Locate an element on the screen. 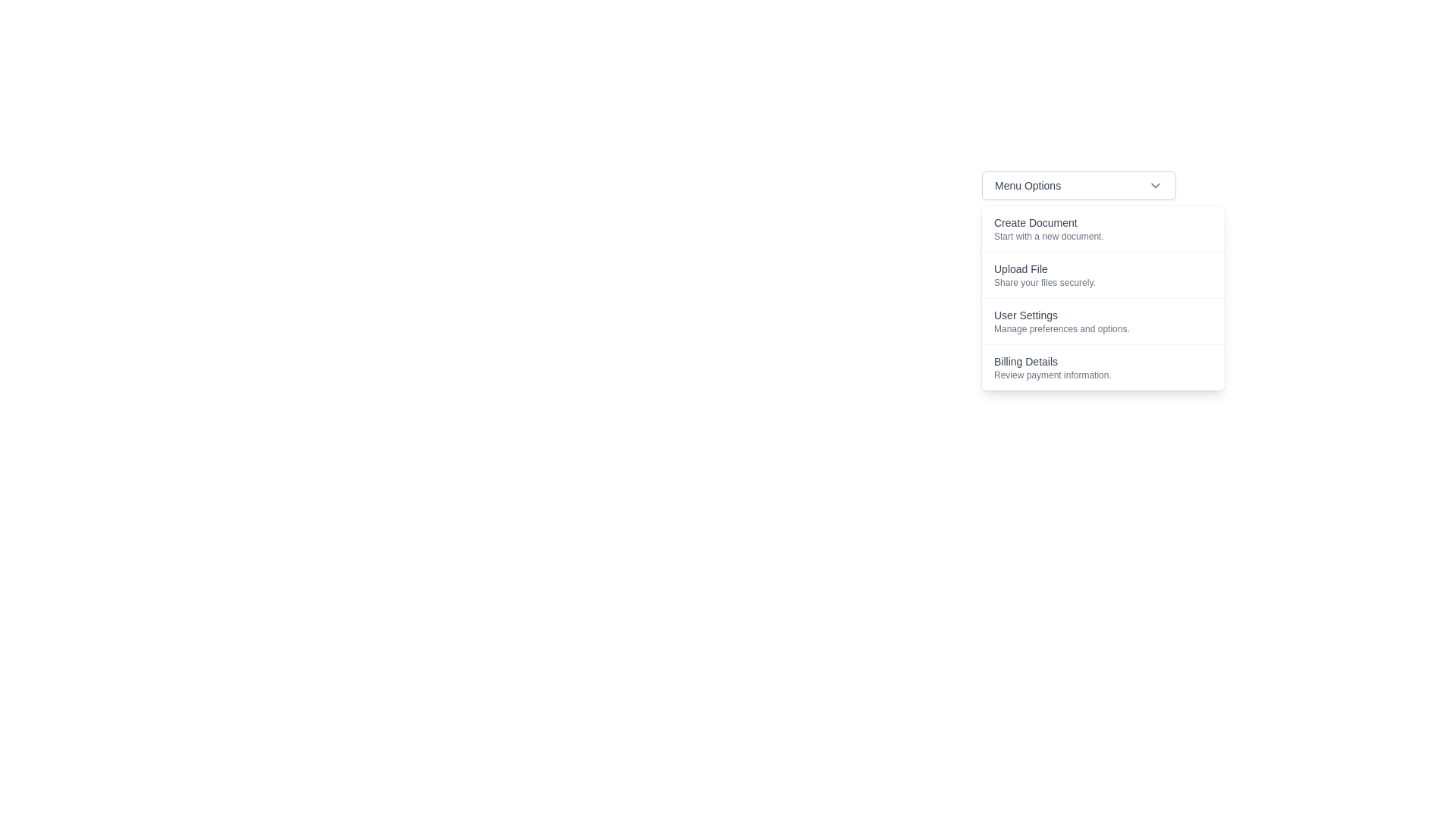 Image resolution: width=1456 pixels, height=819 pixels. the downward-pointing chevron icon next to the 'Menu Options' button is located at coordinates (1154, 185).